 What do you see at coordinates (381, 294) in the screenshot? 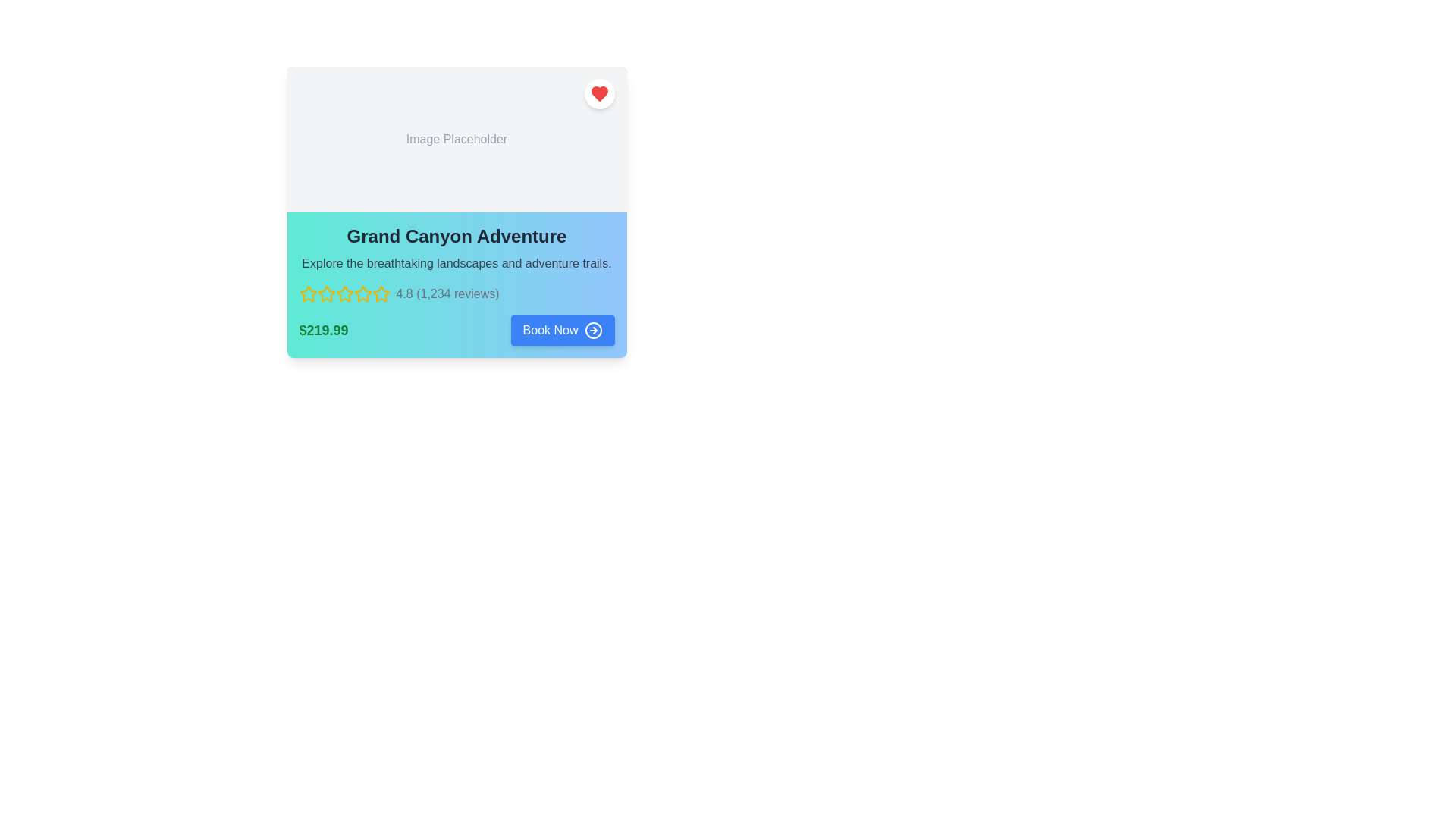
I see `the last yellow outlined star in the rating section beneath '4.8 (1,234 reviews)'` at bounding box center [381, 294].